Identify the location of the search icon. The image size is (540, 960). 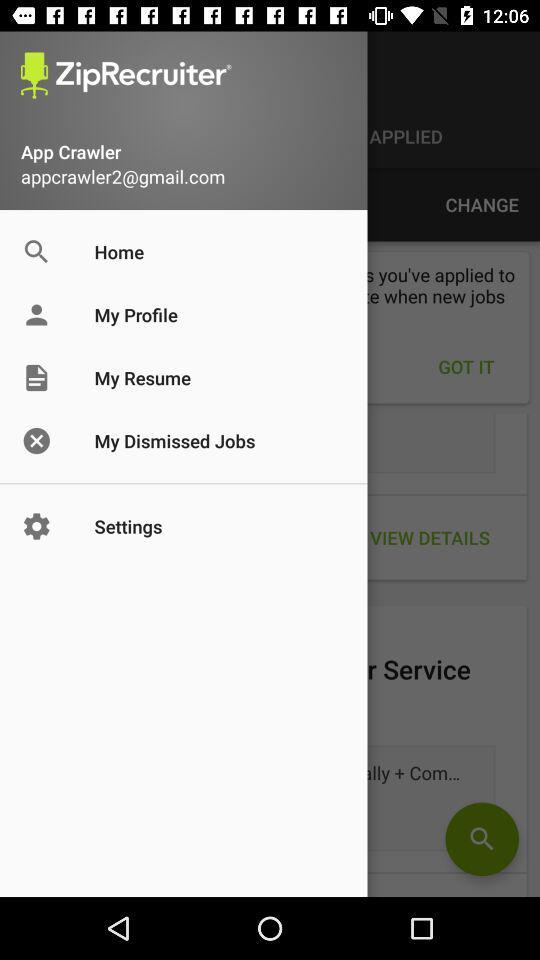
(481, 839).